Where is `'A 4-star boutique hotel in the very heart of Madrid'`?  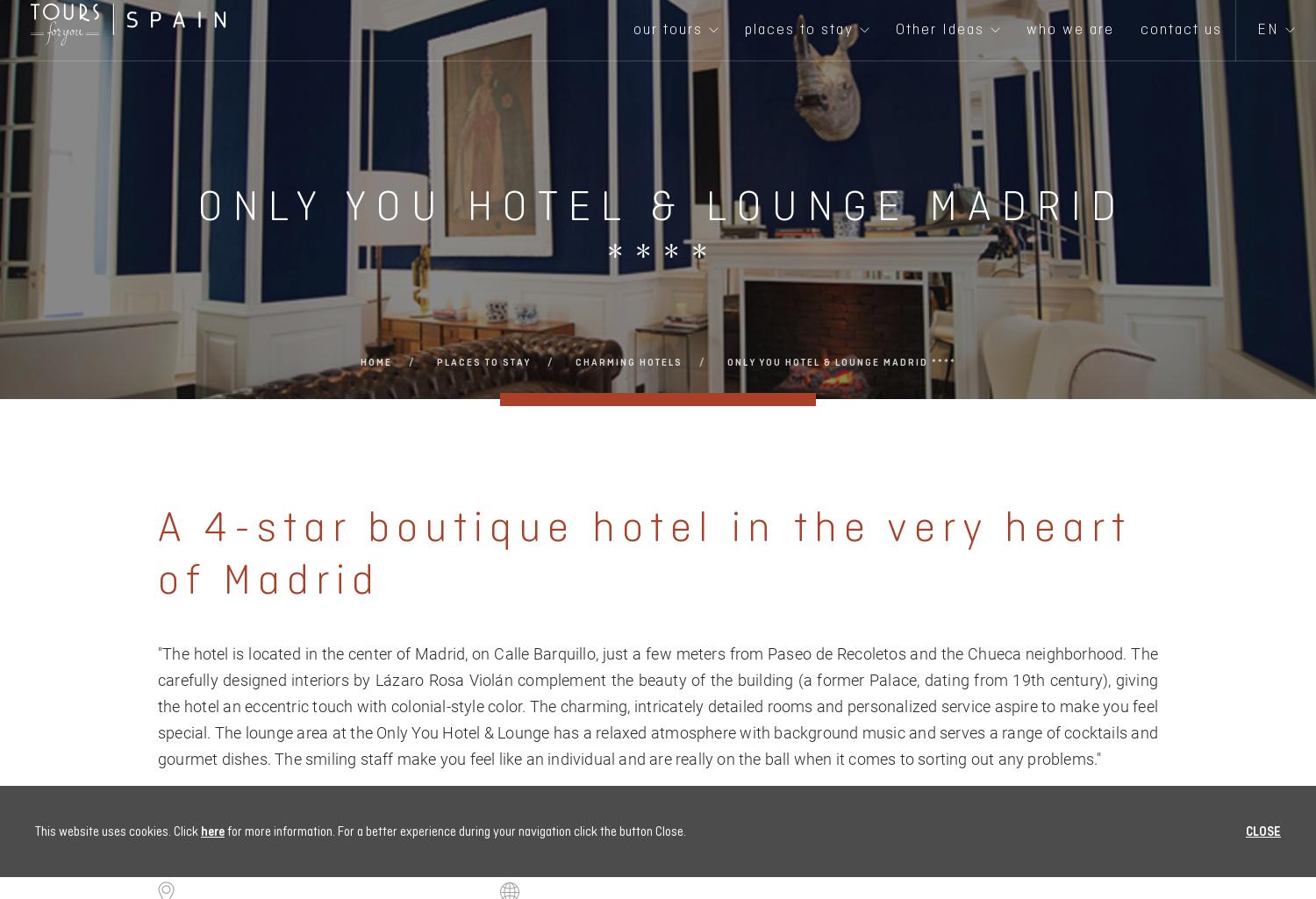 'A 4-star boutique hotel in the very heart of Madrid' is located at coordinates (644, 552).